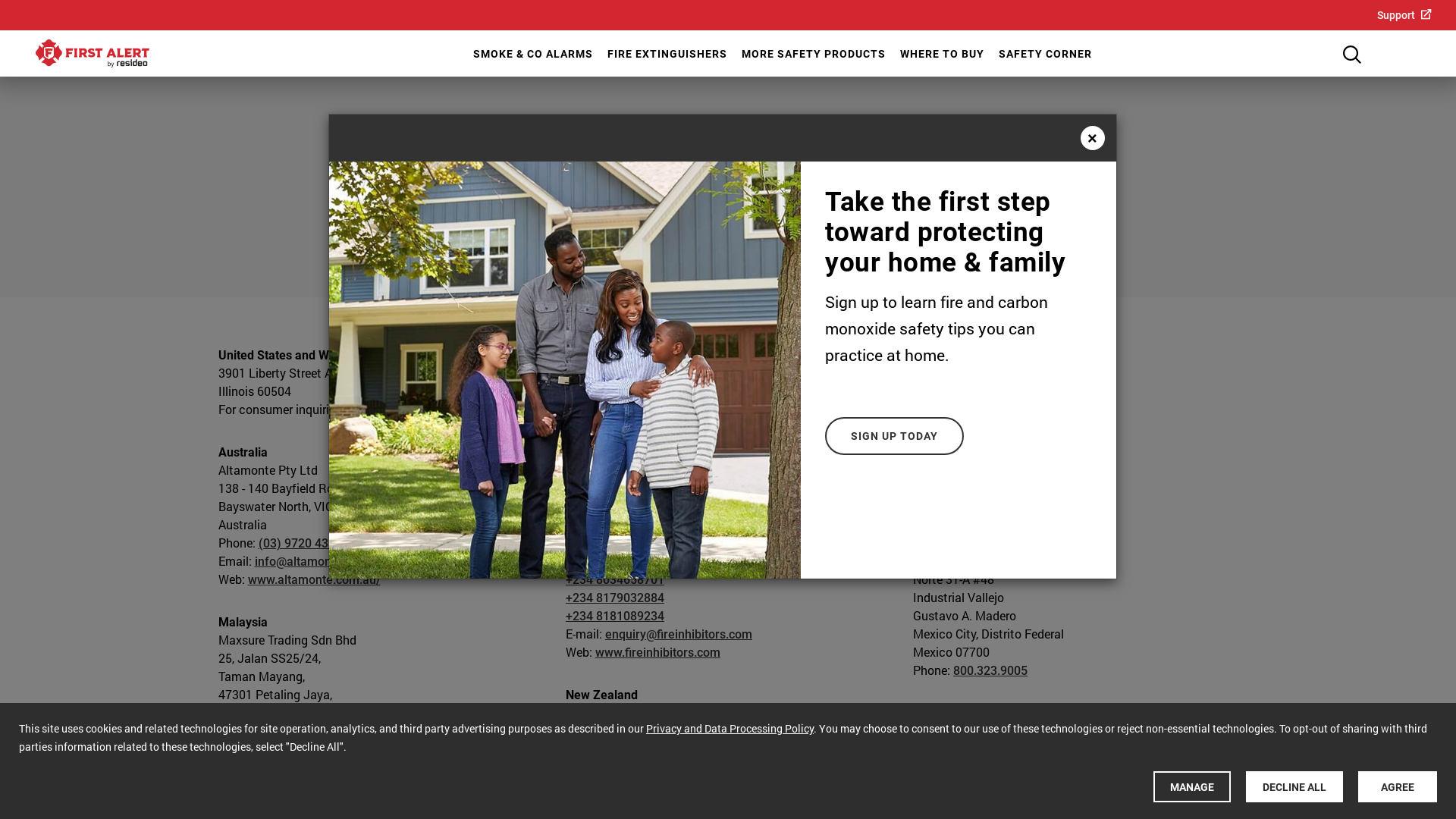  Describe the element at coordinates (1294, 786) in the screenshot. I see `'DECLINE ALL'` at that location.